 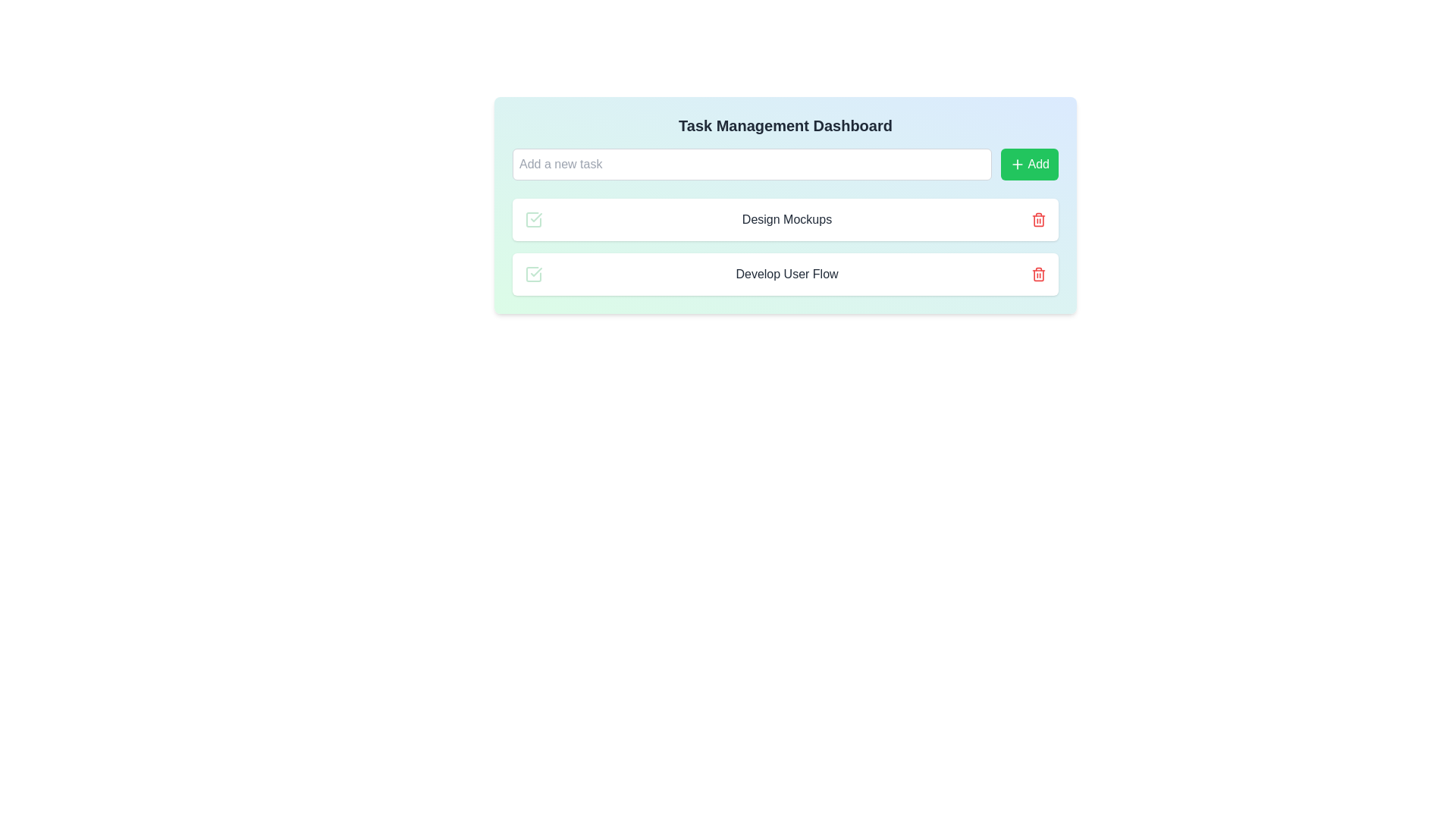 I want to click on the delete button for the 'Develop User Flow' task, so click(x=1037, y=275).